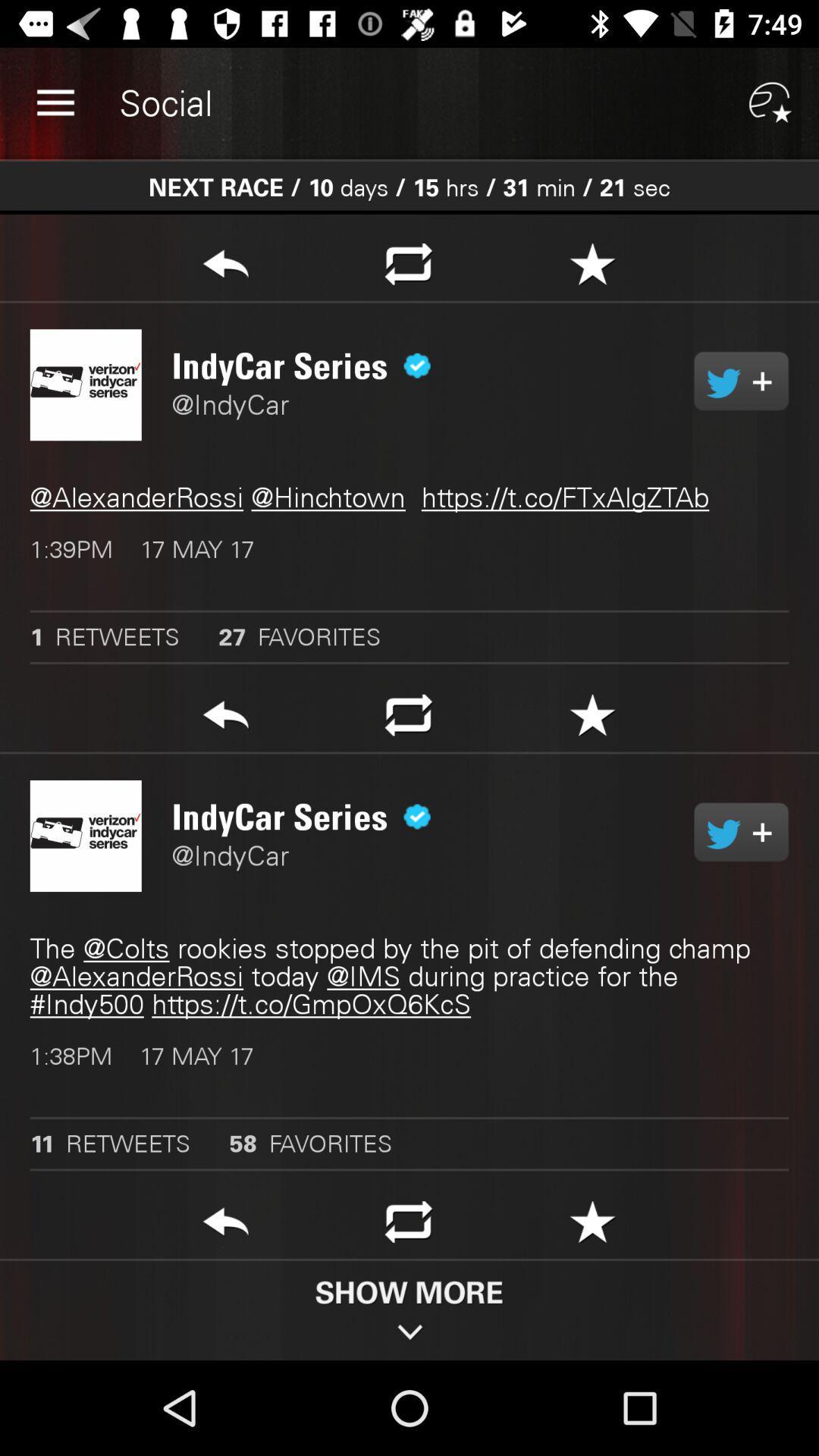 Image resolution: width=819 pixels, height=1456 pixels. Describe the element at coordinates (591, 1226) in the screenshot. I see `favorites the tweet` at that location.